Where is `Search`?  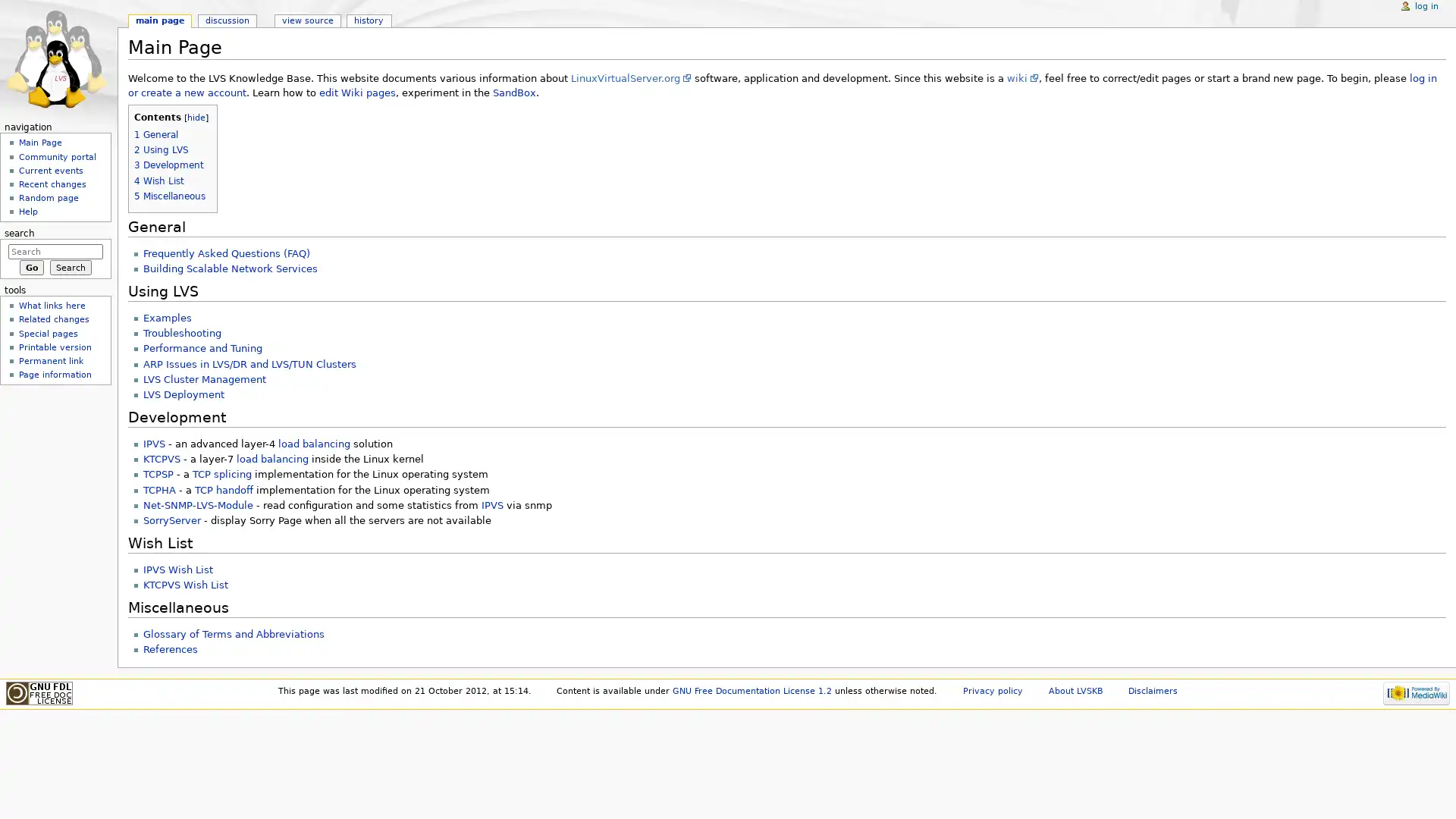
Search is located at coordinates (70, 265).